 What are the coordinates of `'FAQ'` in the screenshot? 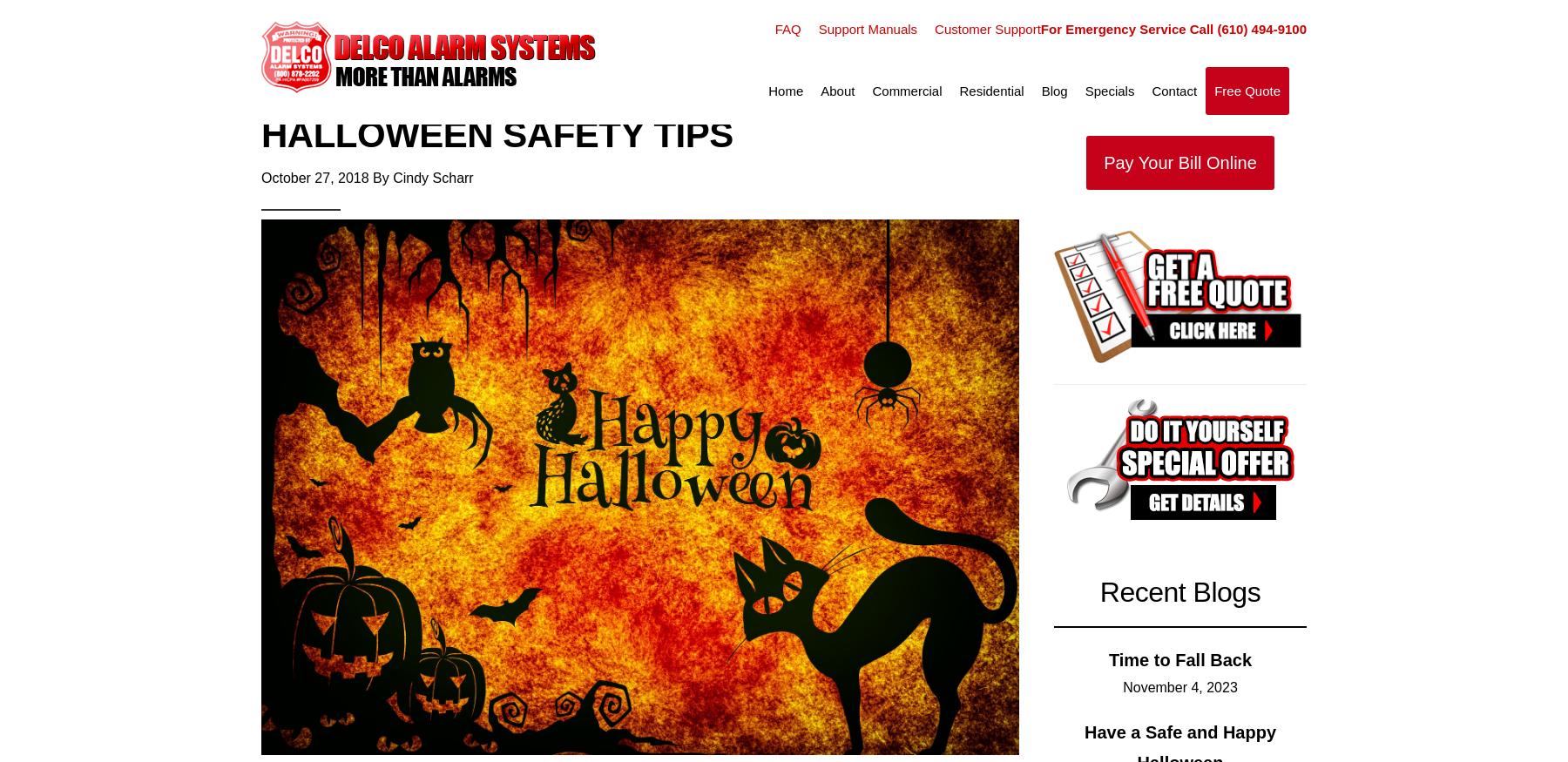 It's located at (786, 28).